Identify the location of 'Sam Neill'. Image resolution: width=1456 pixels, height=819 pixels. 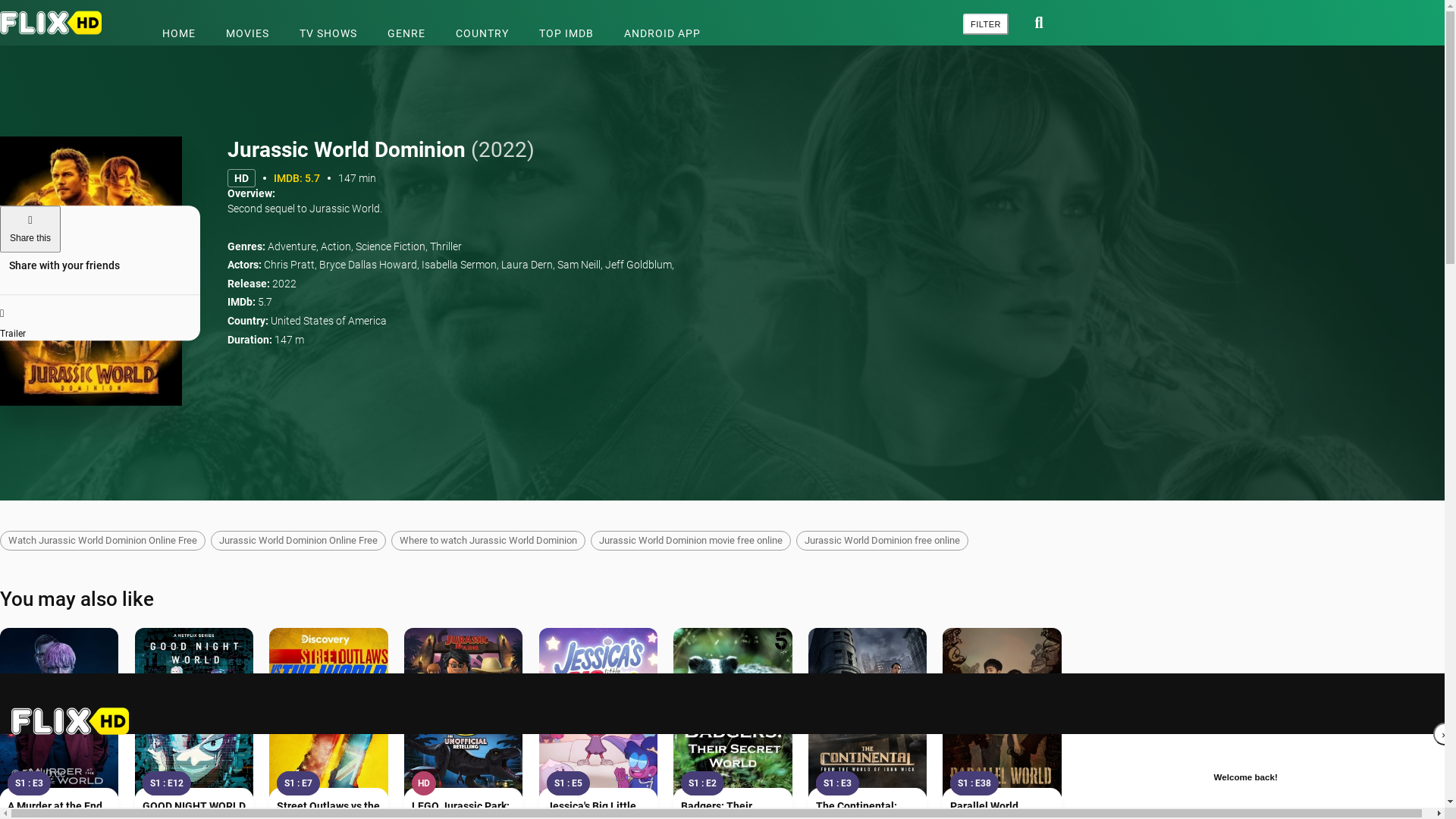
(578, 263).